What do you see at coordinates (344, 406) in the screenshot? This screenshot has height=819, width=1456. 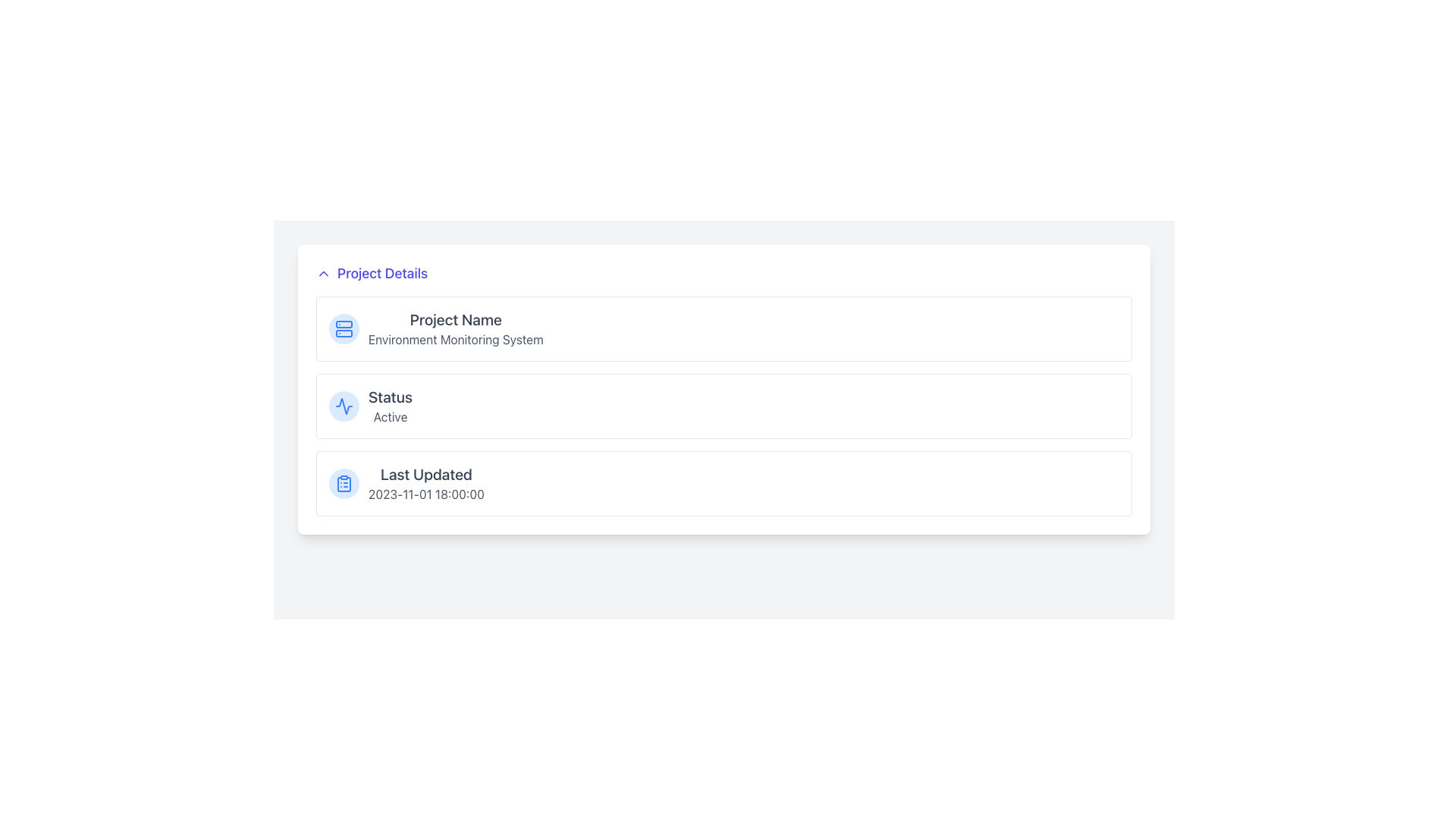 I see `the SVG icon representing an activity or status in the middle of the layout, which is part of a group of similar icons` at bounding box center [344, 406].